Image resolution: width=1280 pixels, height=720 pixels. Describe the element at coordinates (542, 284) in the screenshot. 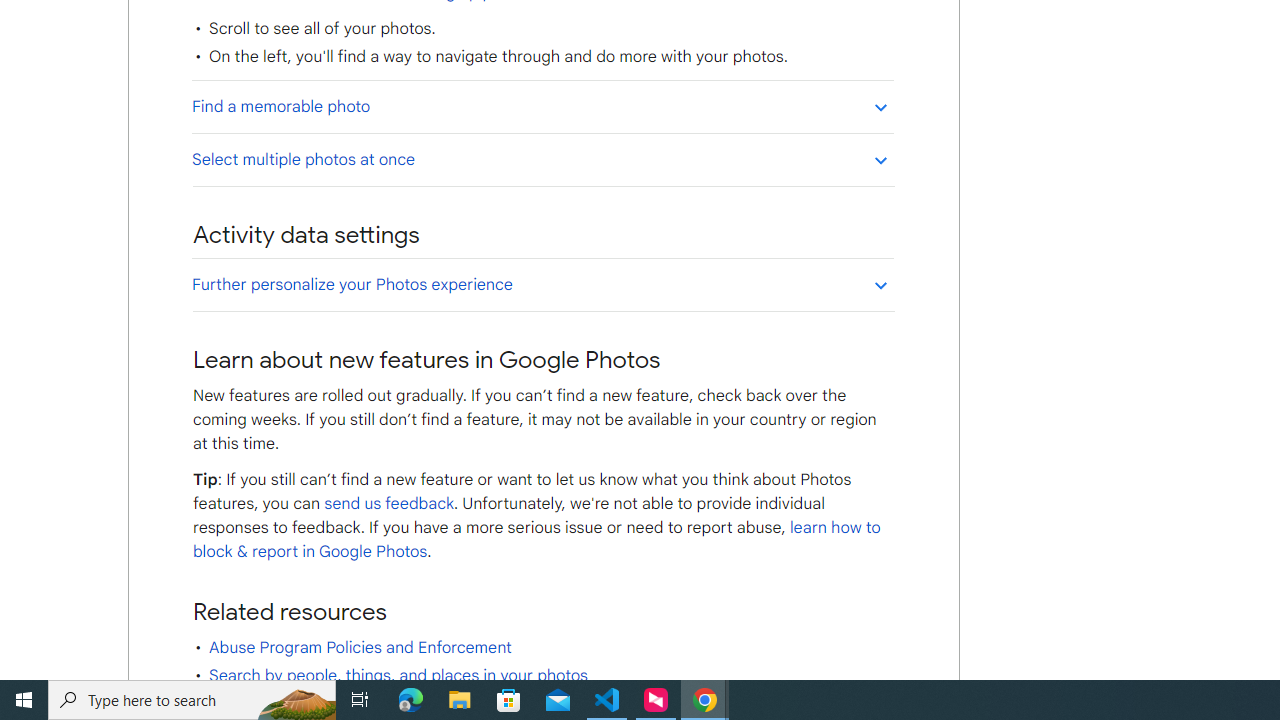

I see `'Further personalize your Photos experience'` at that location.